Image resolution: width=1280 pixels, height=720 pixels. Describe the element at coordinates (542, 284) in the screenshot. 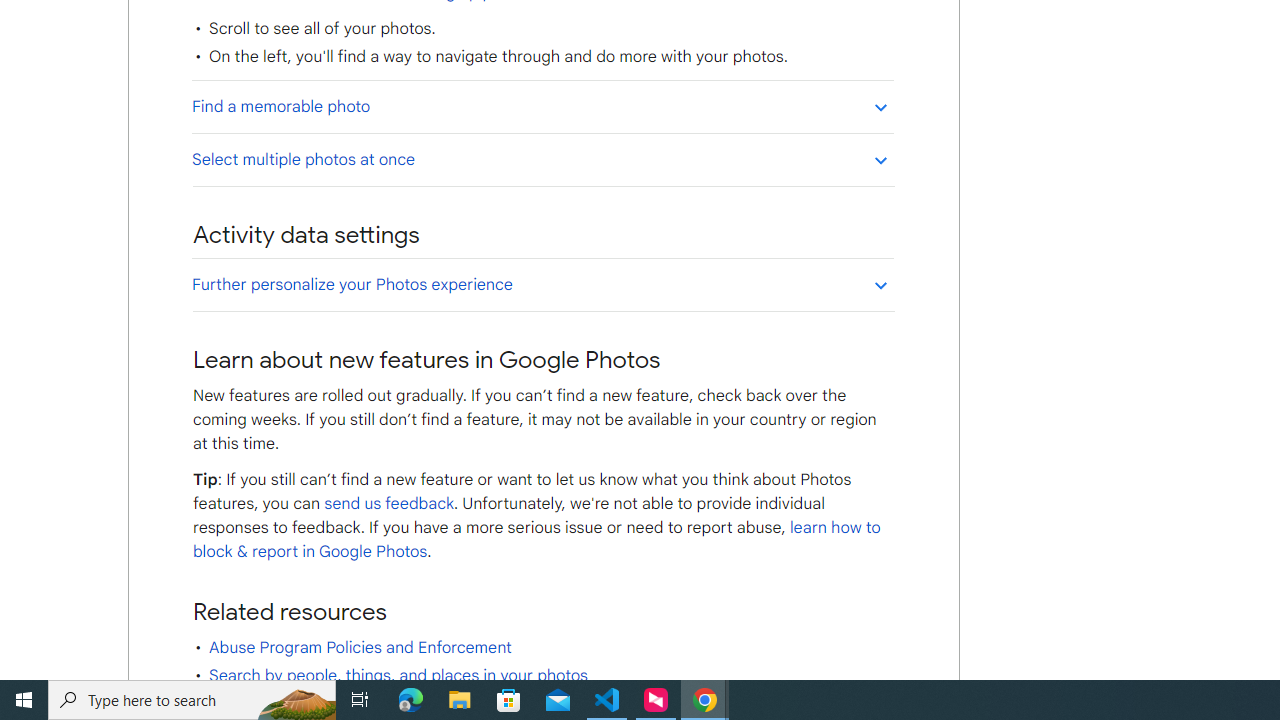

I see `'Further personalize your Photos experience'` at that location.